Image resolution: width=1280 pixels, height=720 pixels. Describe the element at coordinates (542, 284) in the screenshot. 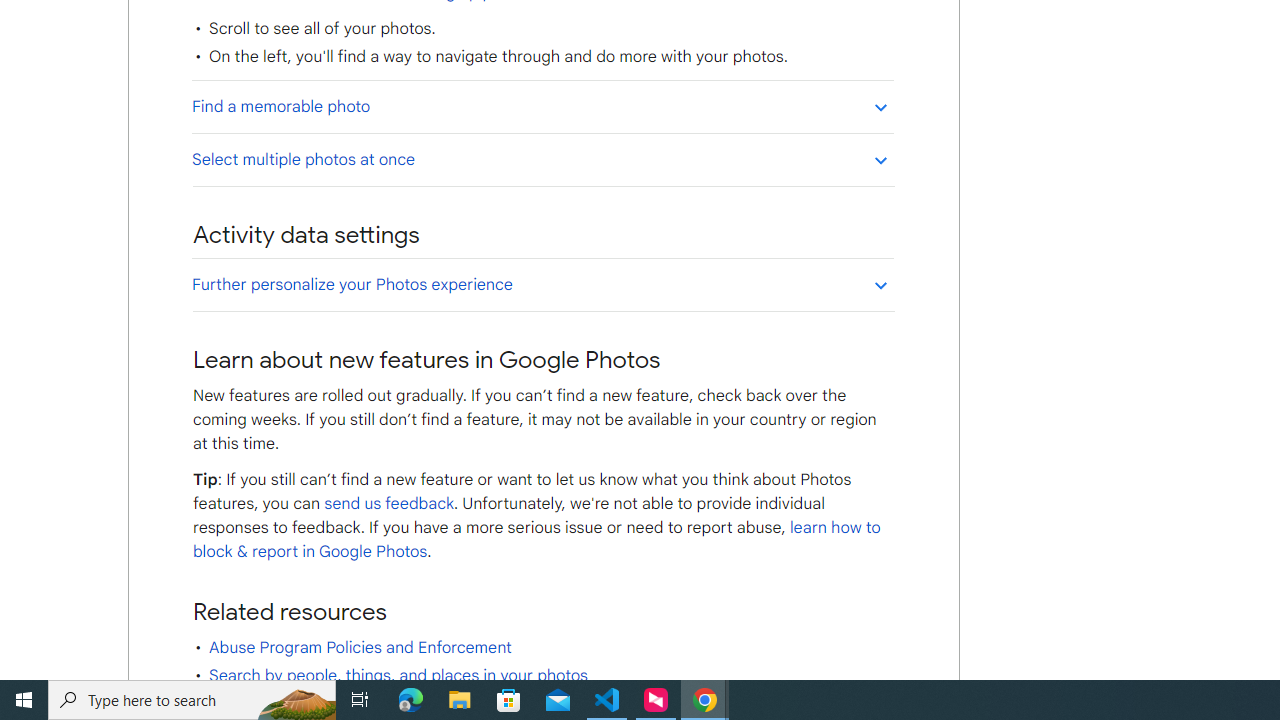

I see `'Further personalize your Photos experience'` at that location.